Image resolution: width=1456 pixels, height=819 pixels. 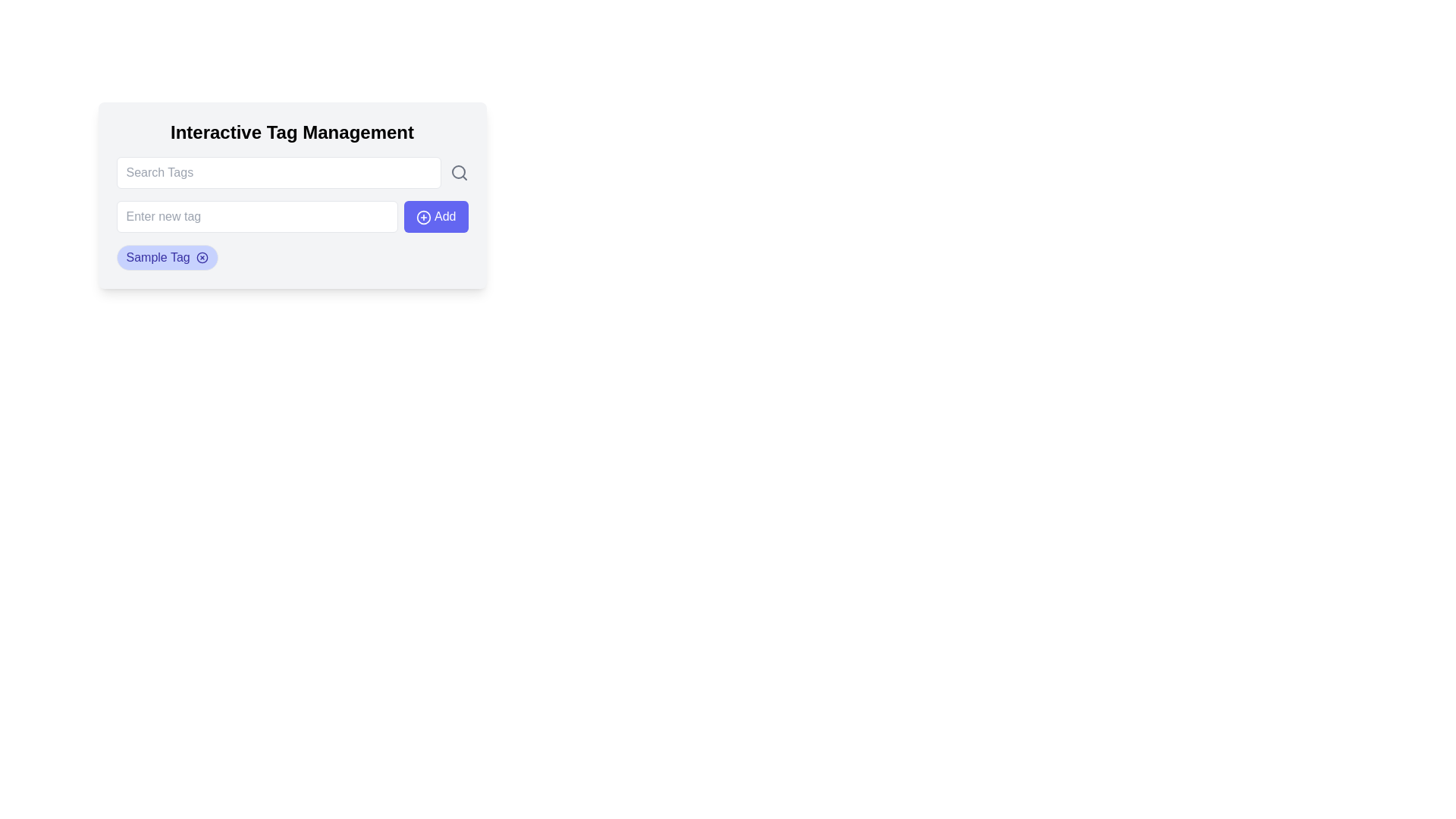 What do you see at coordinates (292, 131) in the screenshot?
I see `the heading text element that serves as a title for the section, positioned centrally at the top of the white card UI component` at bounding box center [292, 131].